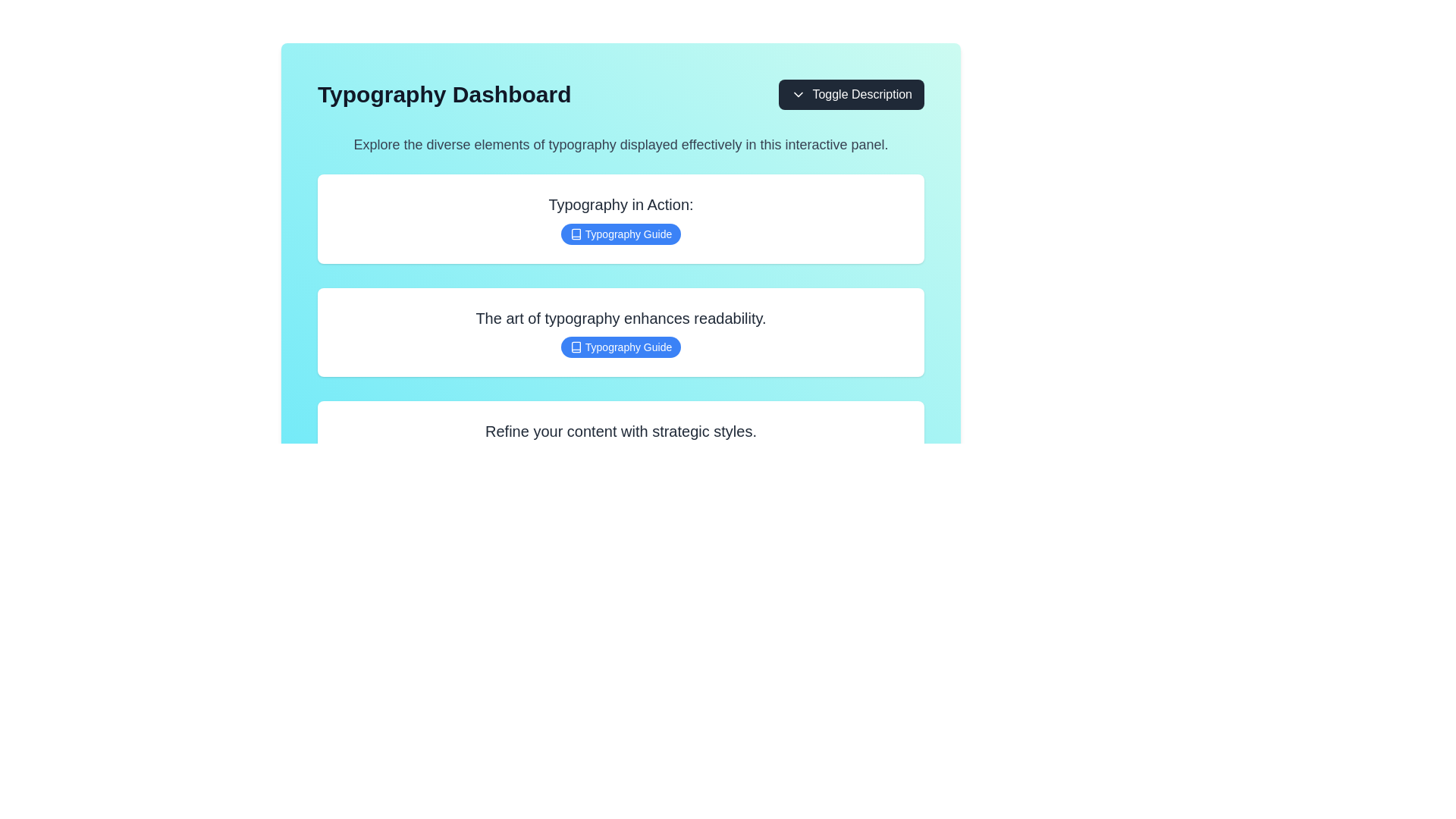 Image resolution: width=1456 pixels, height=819 pixels. What do you see at coordinates (575, 234) in the screenshot?
I see `the decorative icon on the left side of the blue button labeled 'Typography Guide'` at bounding box center [575, 234].